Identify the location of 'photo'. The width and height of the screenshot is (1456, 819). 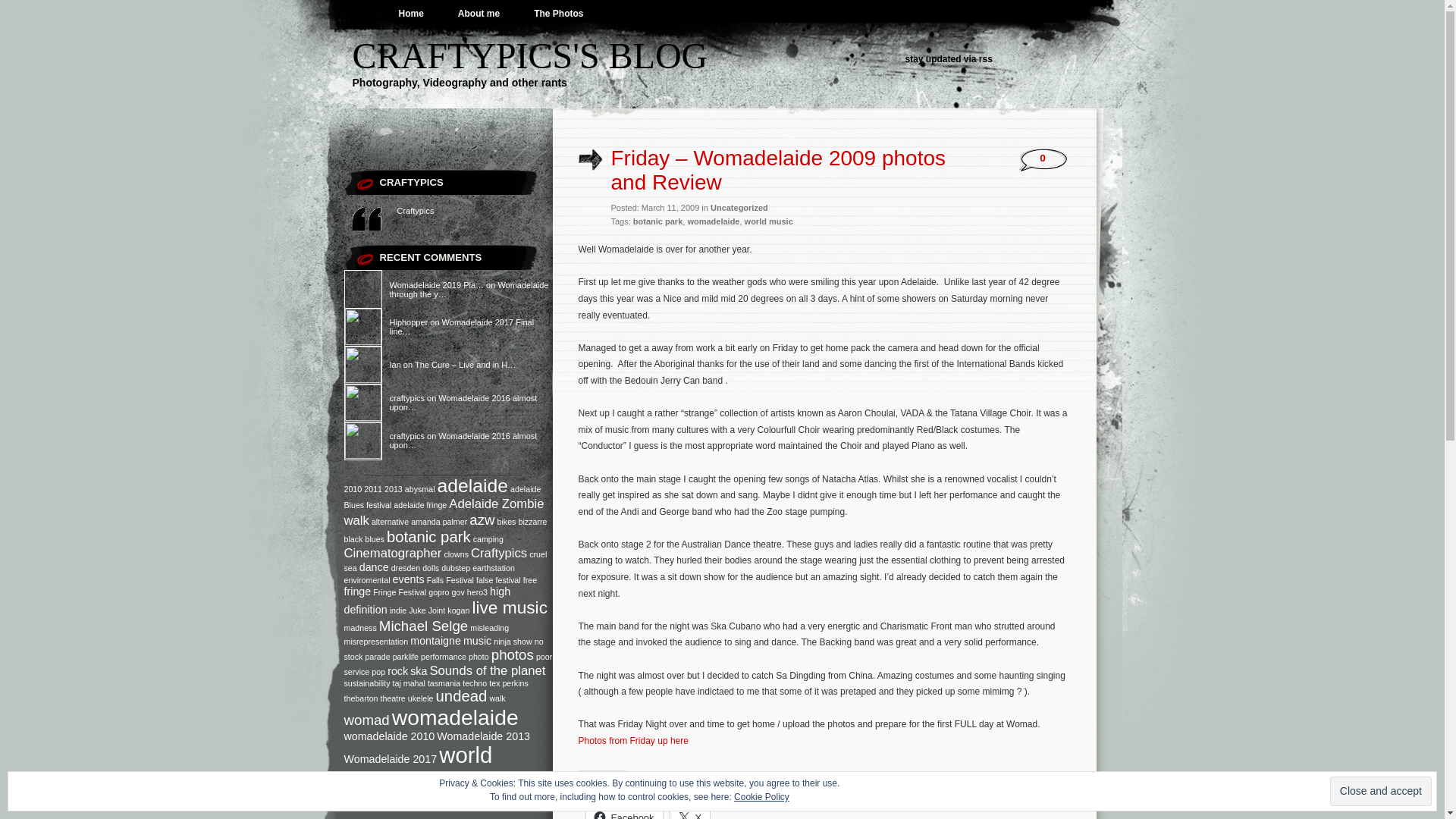
(478, 656).